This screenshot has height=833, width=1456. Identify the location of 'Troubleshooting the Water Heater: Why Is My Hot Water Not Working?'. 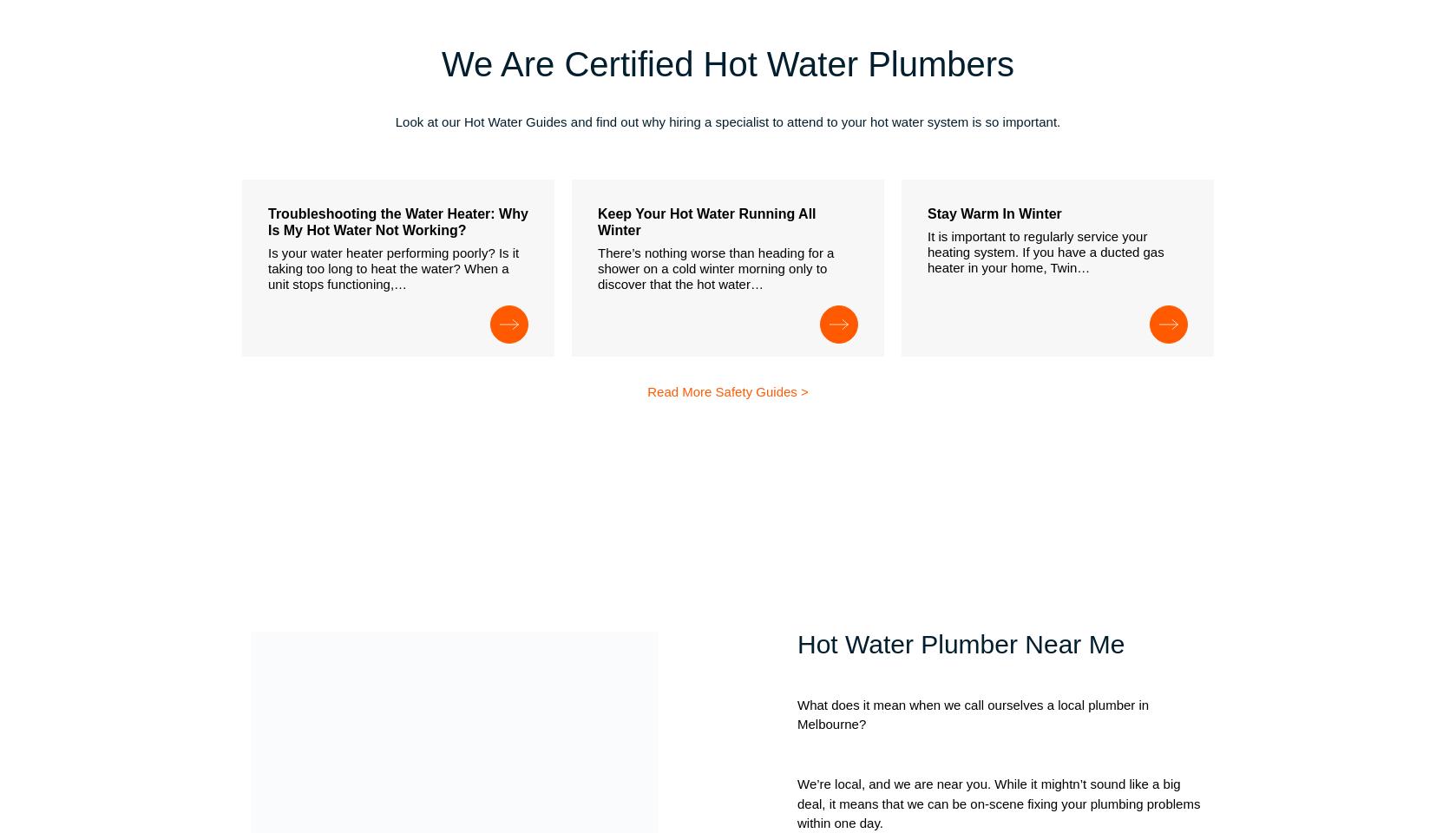
(397, 220).